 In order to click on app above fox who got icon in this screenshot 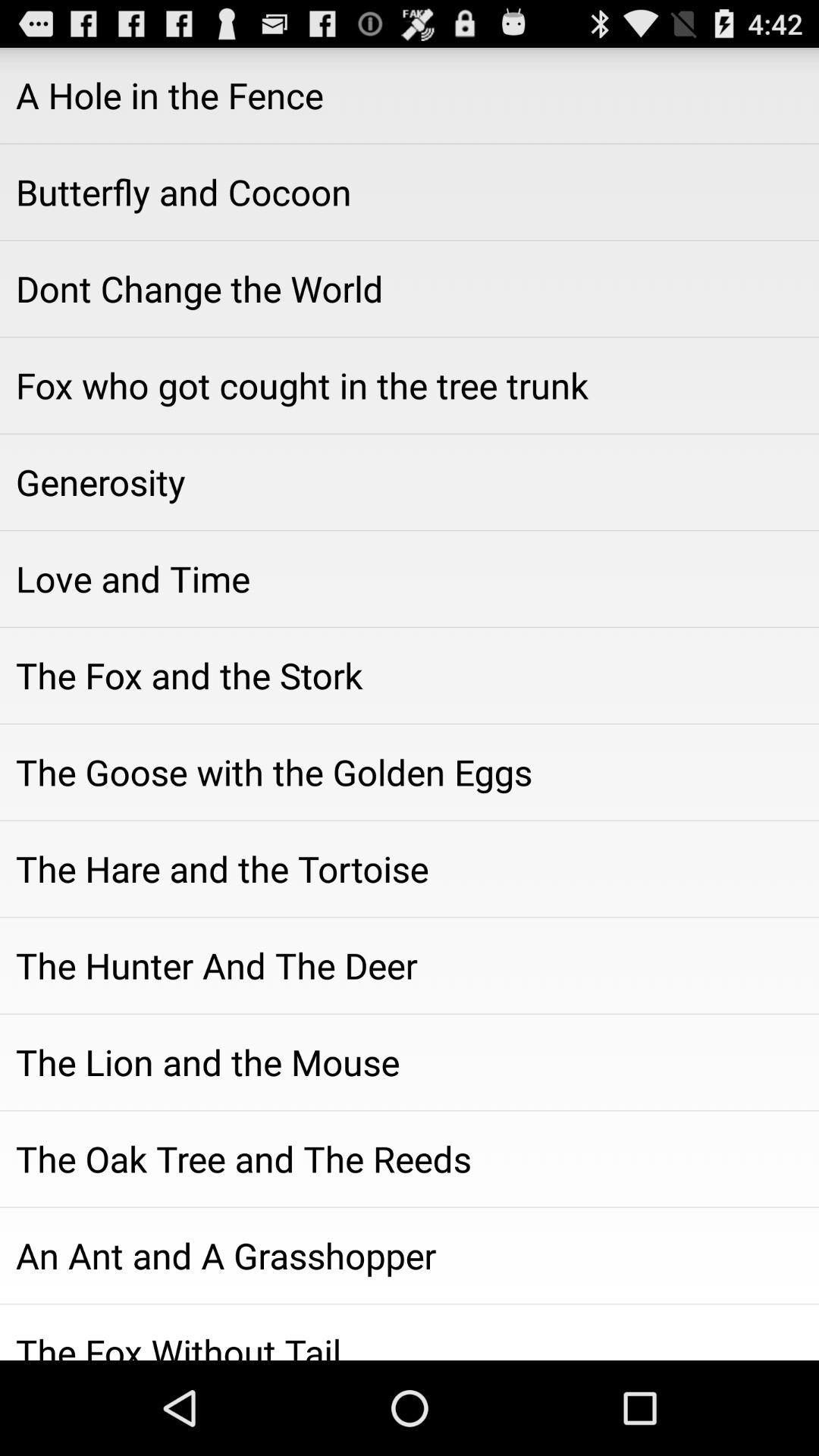, I will do `click(409, 288)`.